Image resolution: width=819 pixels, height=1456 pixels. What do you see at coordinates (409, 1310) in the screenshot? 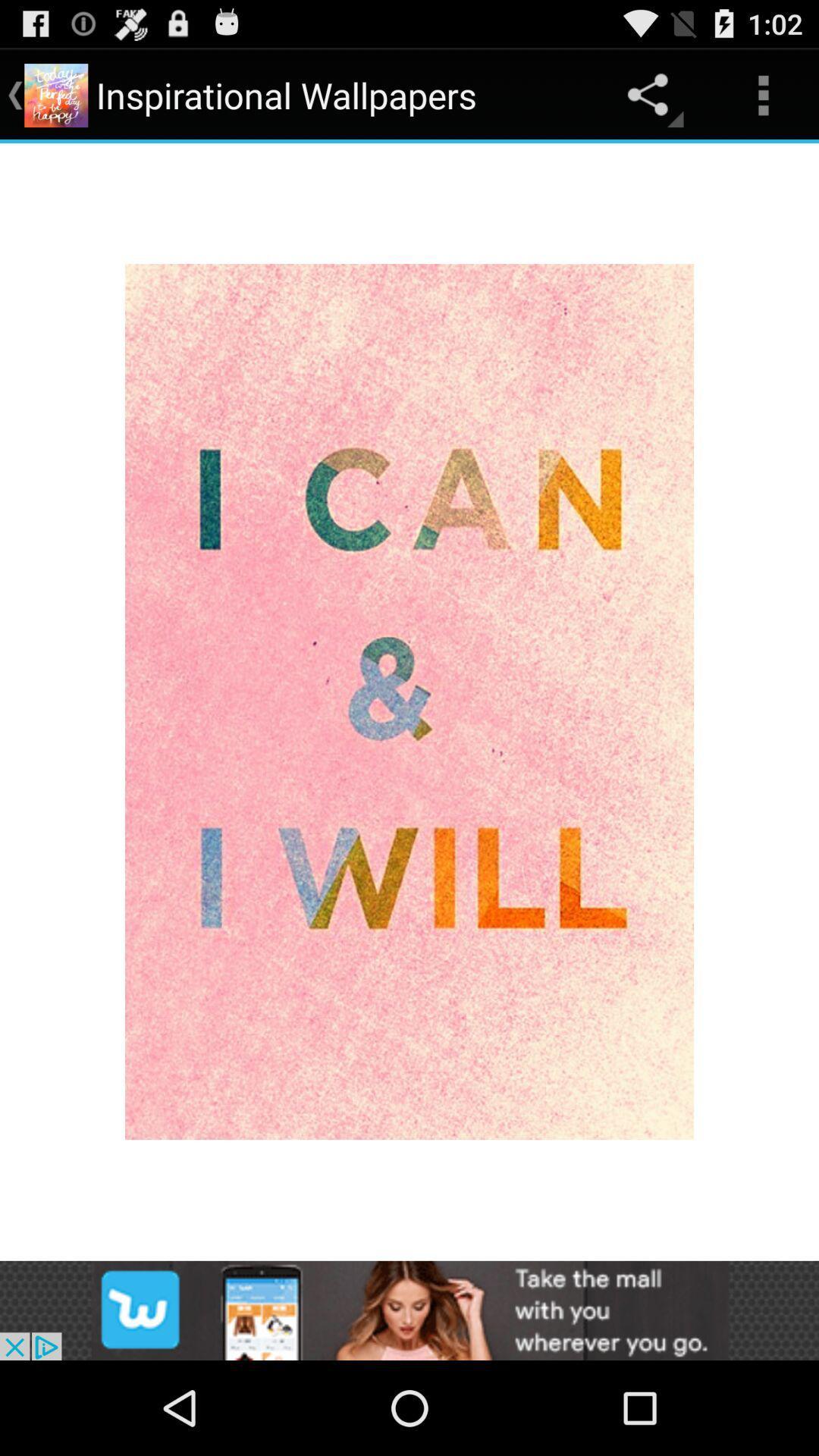
I see `so the advertisement` at bounding box center [409, 1310].